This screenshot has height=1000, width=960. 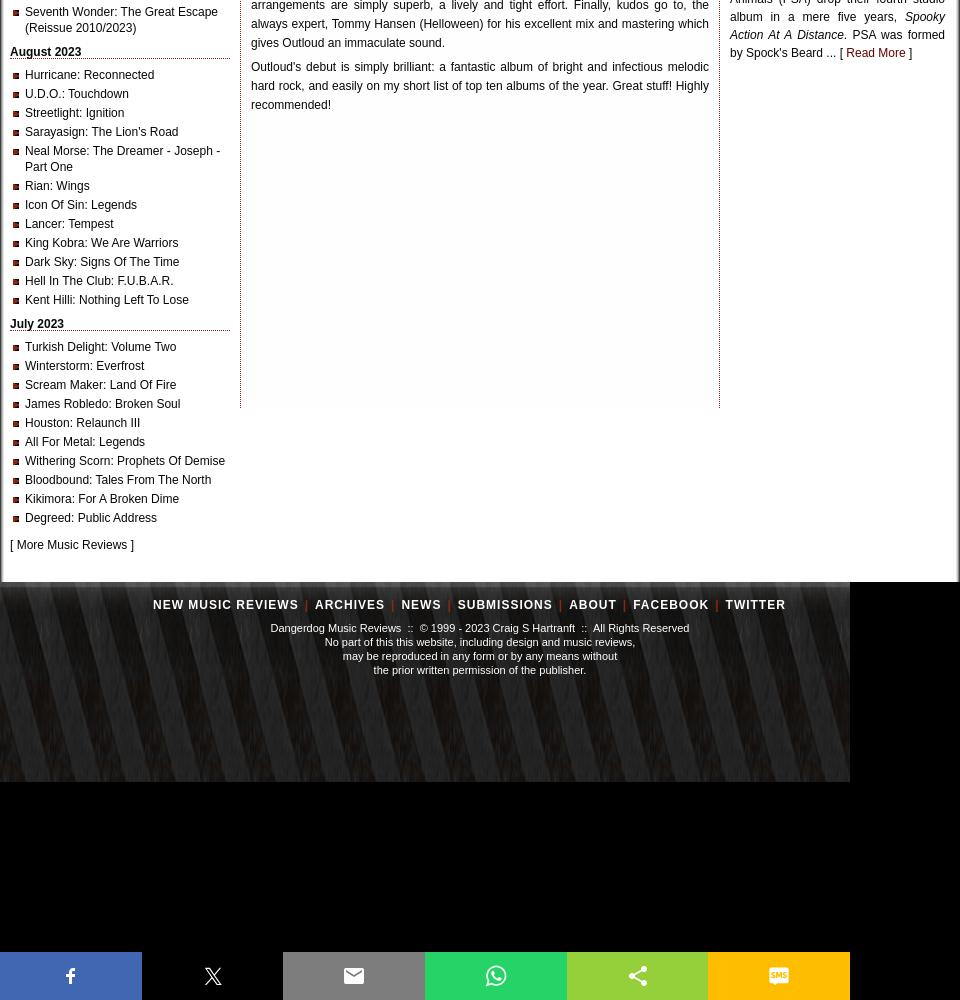 What do you see at coordinates (8, 52) in the screenshot?
I see `'August 2023'` at bounding box center [8, 52].